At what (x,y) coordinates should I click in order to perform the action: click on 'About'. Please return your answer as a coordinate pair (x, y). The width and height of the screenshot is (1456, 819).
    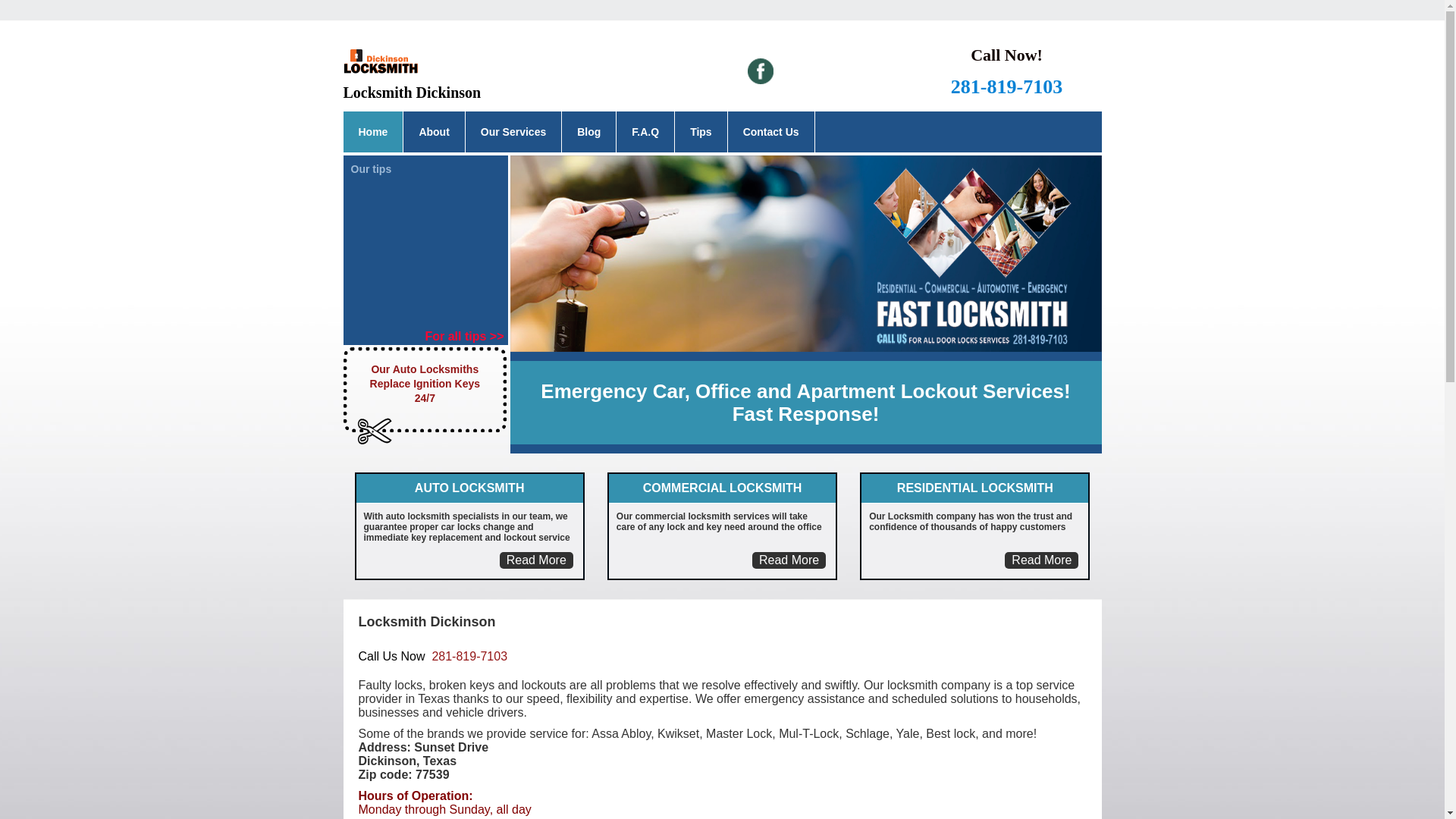
    Looking at the image, I should click on (432, 130).